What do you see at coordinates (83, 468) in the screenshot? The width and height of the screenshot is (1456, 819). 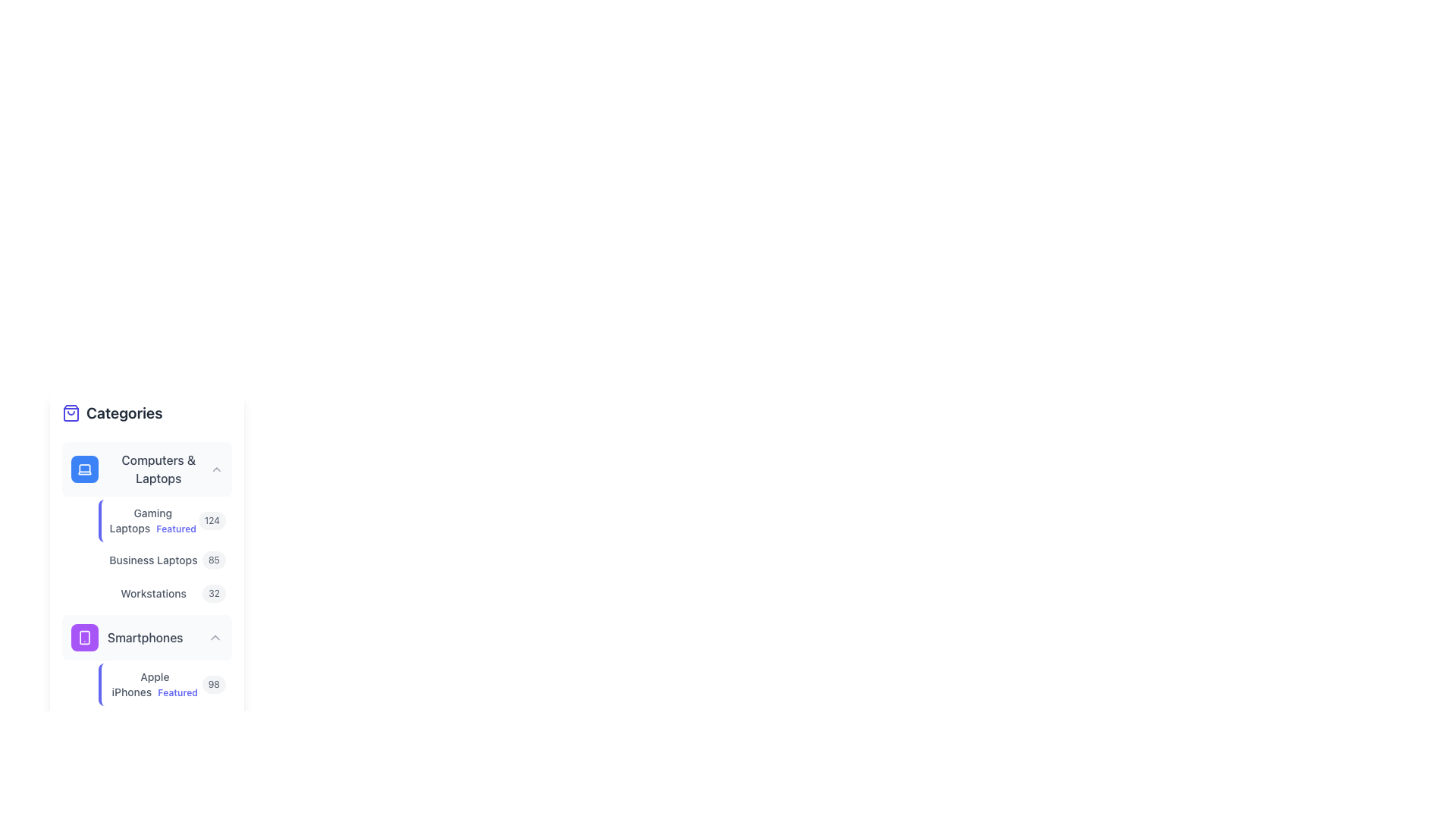 I see `the small white laptop icon with a minimalistic outline, located within a blue circular background to the left of the 'Computers & Laptops' label in the vertical menu` at bounding box center [83, 468].